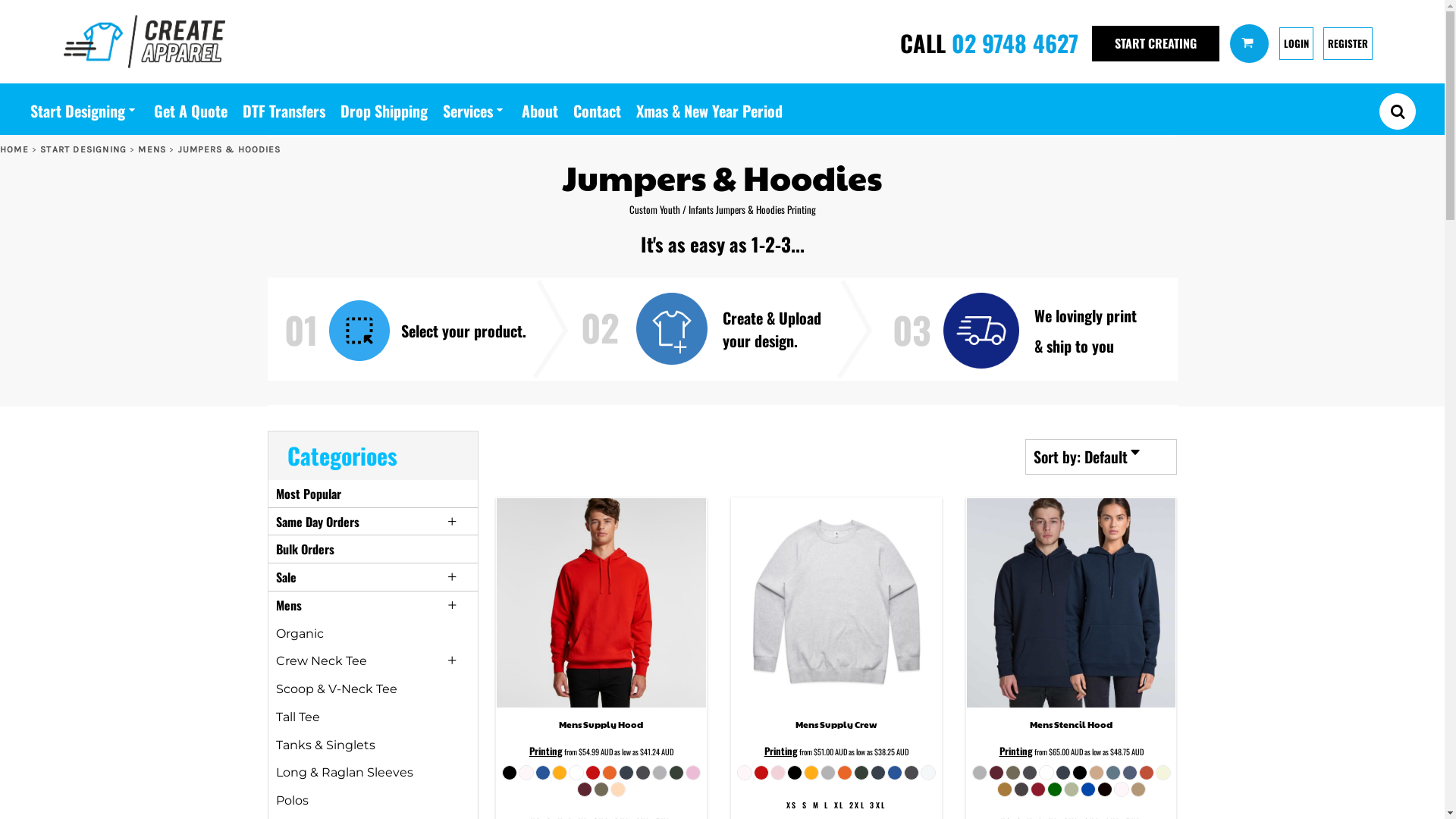 The height and width of the screenshot is (819, 1456). What do you see at coordinates (316, 520) in the screenshot?
I see `'Same Day Orders'` at bounding box center [316, 520].